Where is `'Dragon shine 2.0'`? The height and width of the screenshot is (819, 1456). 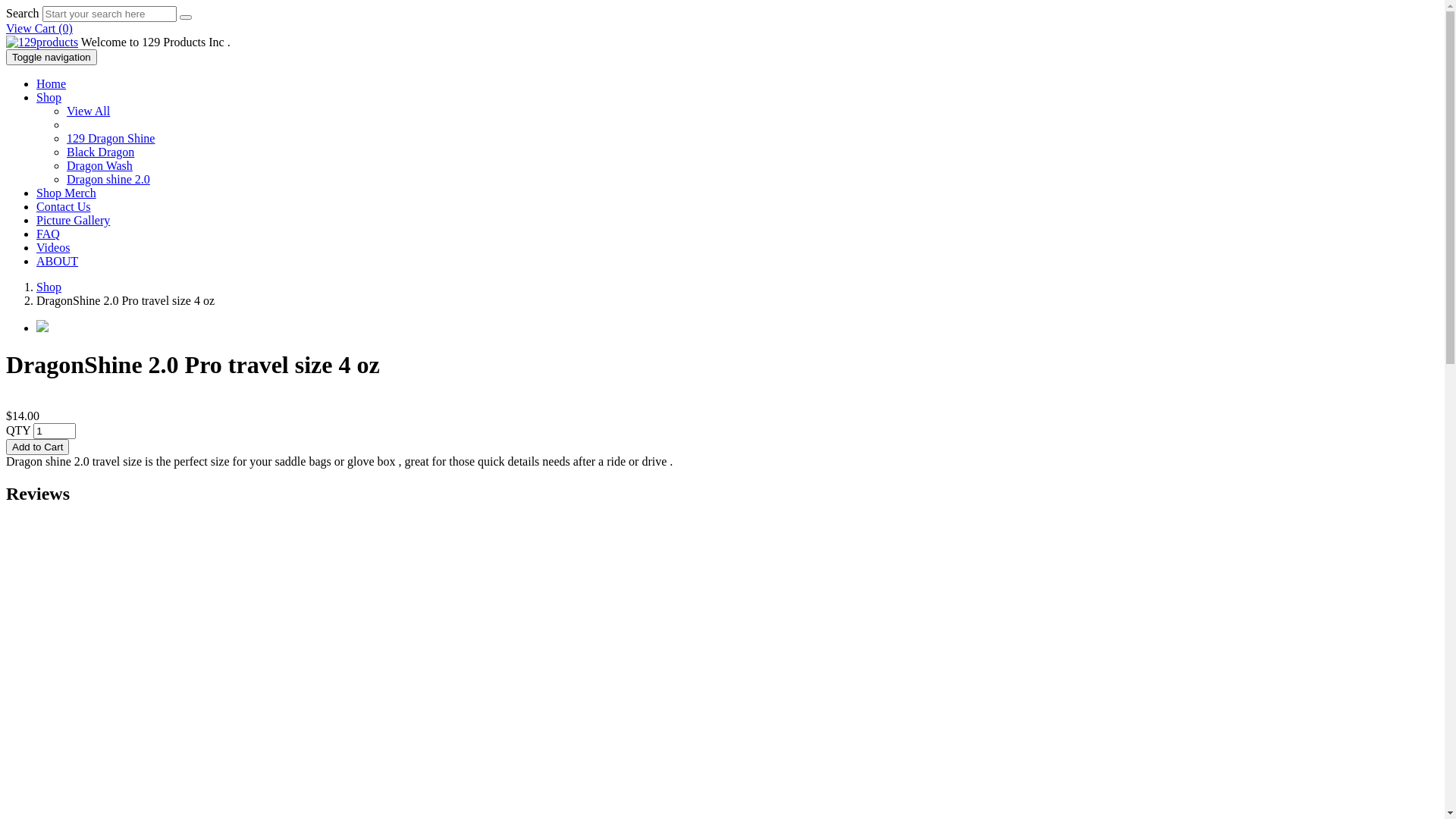
'Dragon shine 2.0' is located at coordinates (65, 178).